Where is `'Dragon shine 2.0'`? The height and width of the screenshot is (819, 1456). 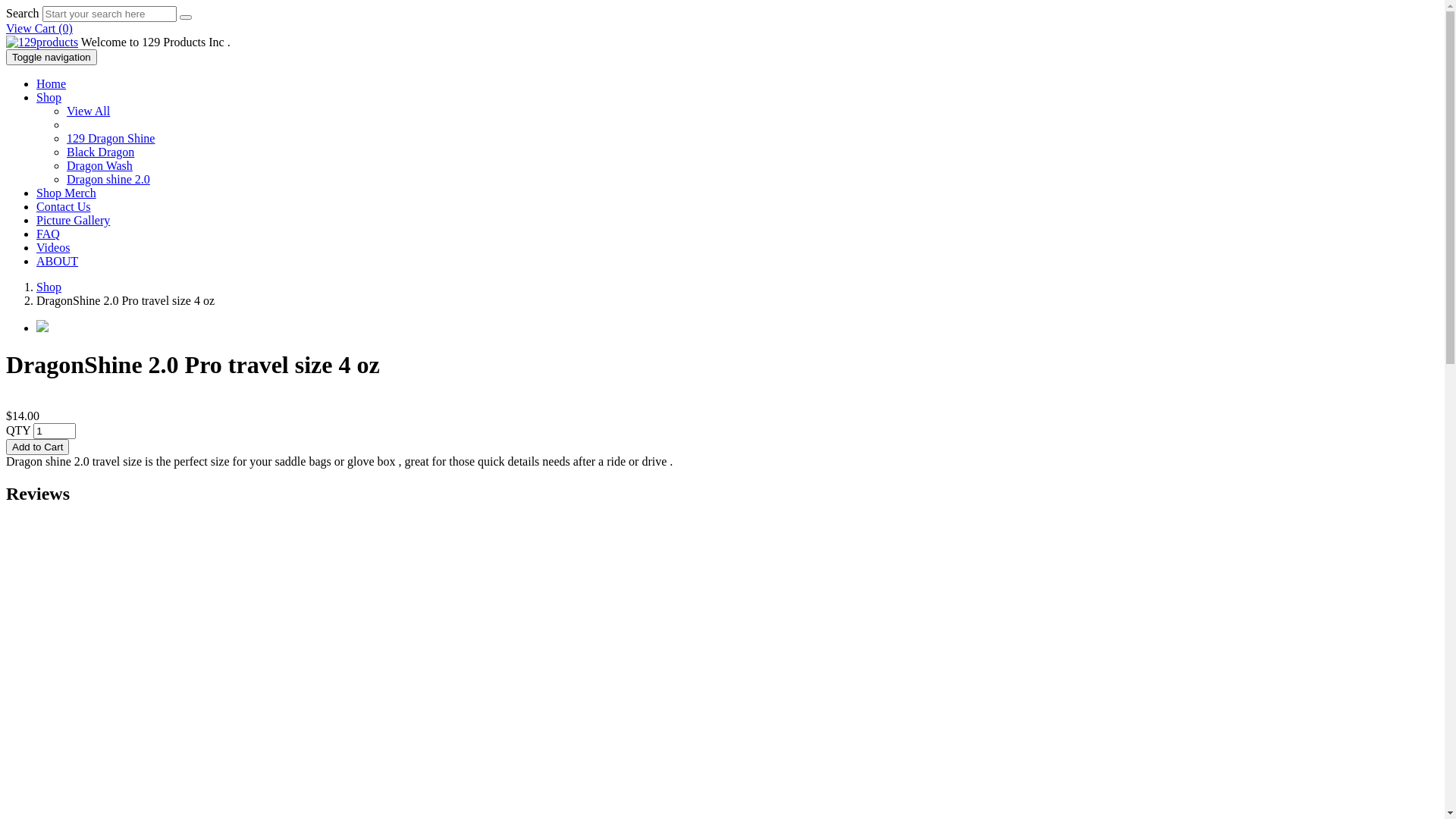
'Dragon shine 2.0' is located at coordinates (65, 178).